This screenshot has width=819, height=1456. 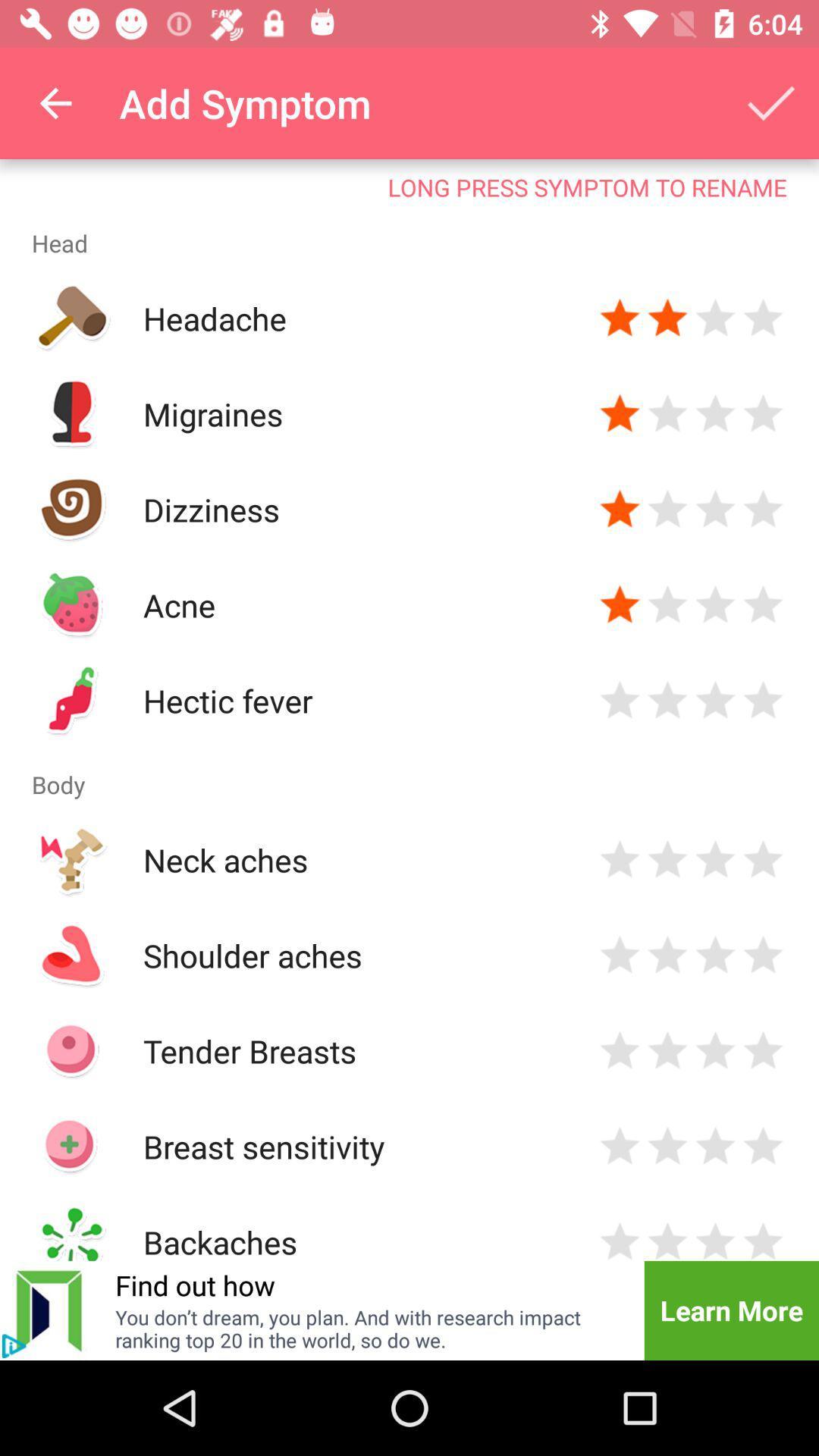 I want to click on give a star rating, so click(x=715, y=1239).